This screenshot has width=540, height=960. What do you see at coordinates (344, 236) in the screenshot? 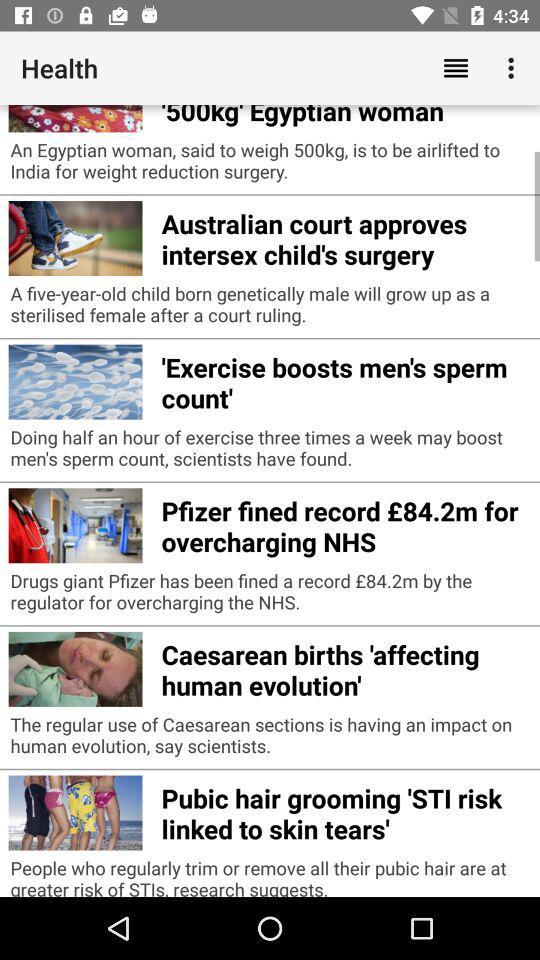
I see `icon above the a five year icon` at bounding box center [344, 236].